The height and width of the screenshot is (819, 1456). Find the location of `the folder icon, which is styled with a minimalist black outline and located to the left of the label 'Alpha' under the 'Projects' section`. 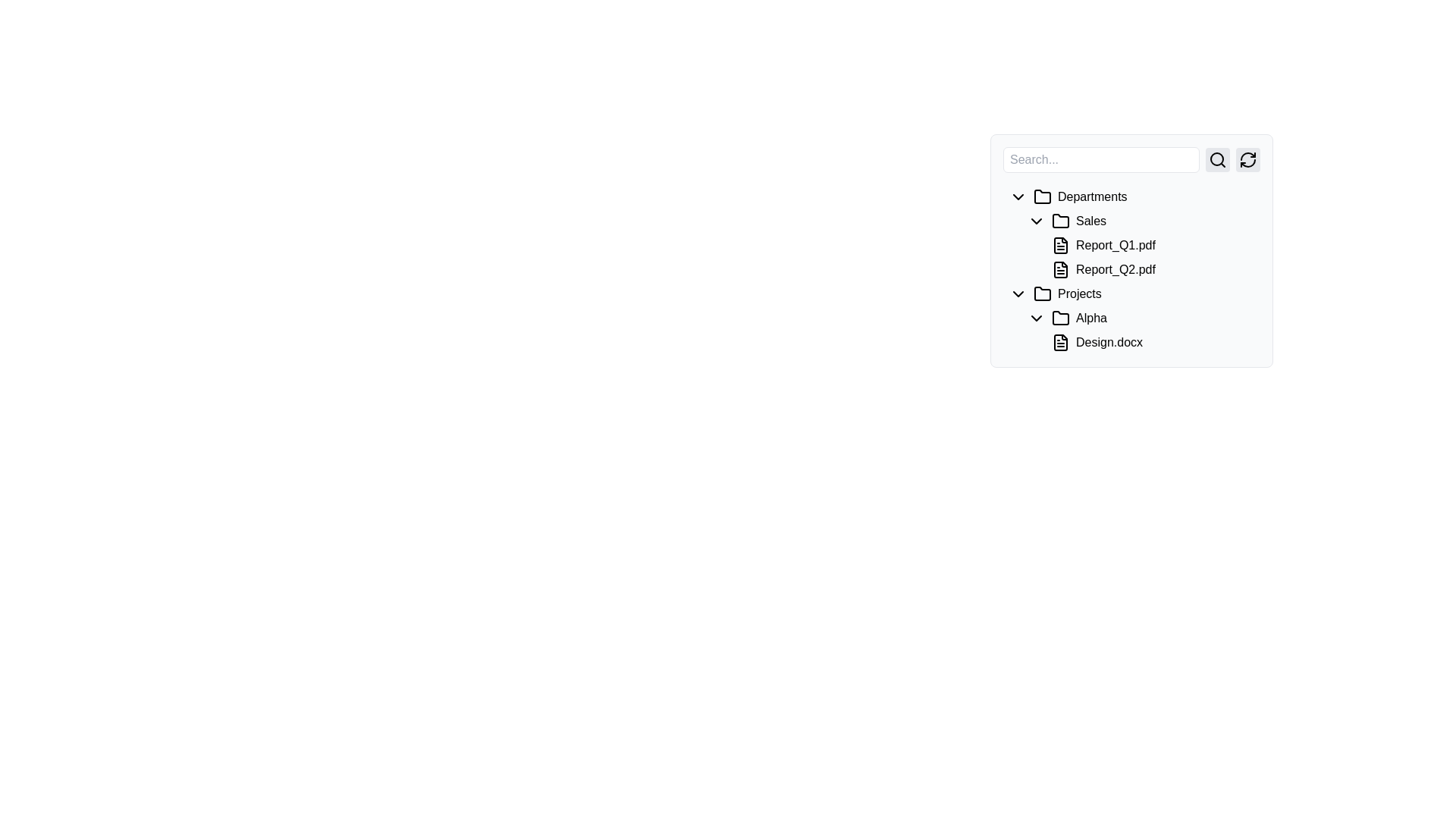

the folder icon, which is styled with a minimalist black outline and located to the left of the label 'Alpha' under the 'Projects' section is located at coordinates (1059, 318).